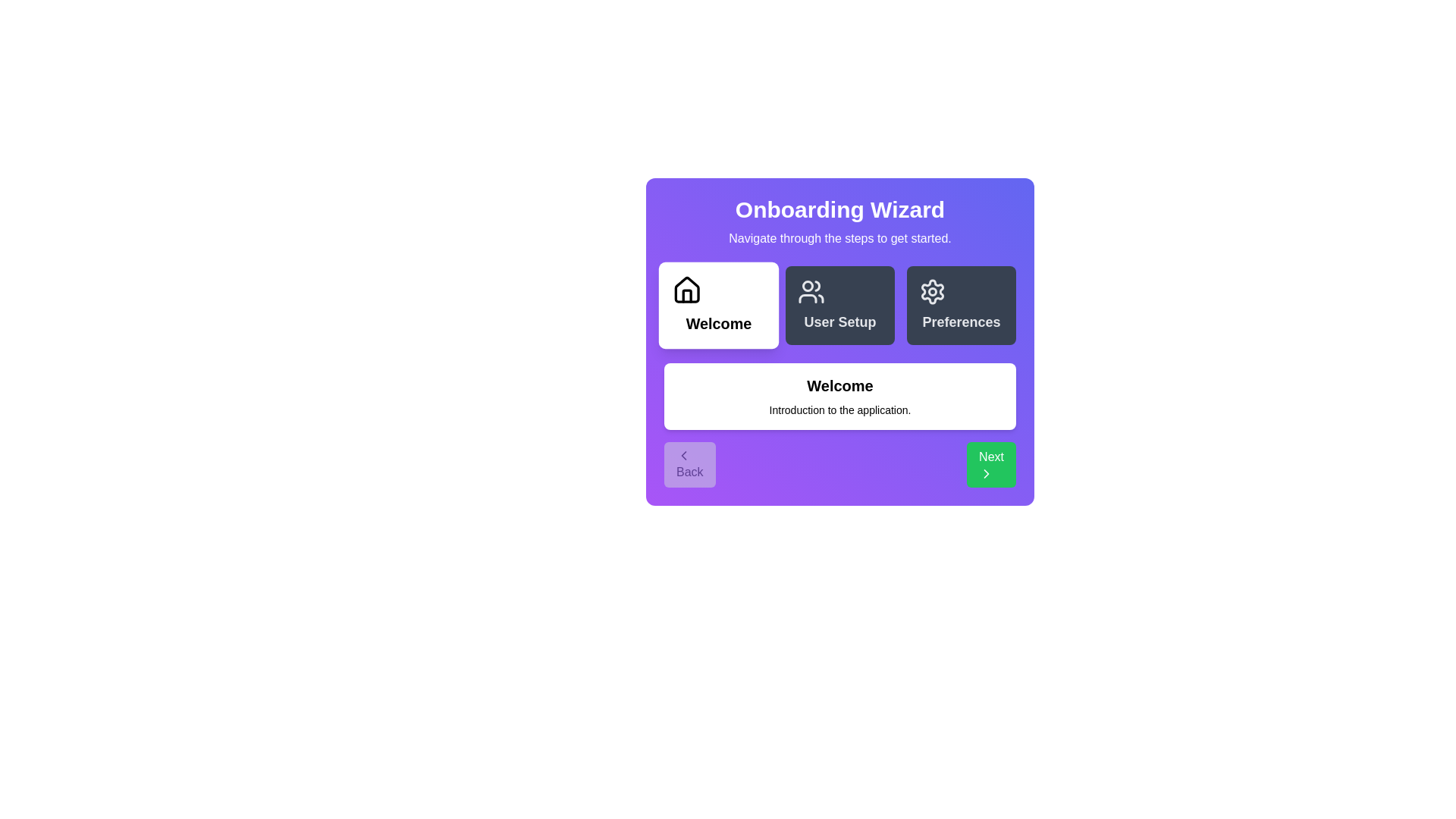 This screenshot has width=1456, height=819. What do you see at coordinates (718, 305) in the screenshot?
I see `the step icon corresponding to Welcome to view its content` at bounding box center [718, 305].